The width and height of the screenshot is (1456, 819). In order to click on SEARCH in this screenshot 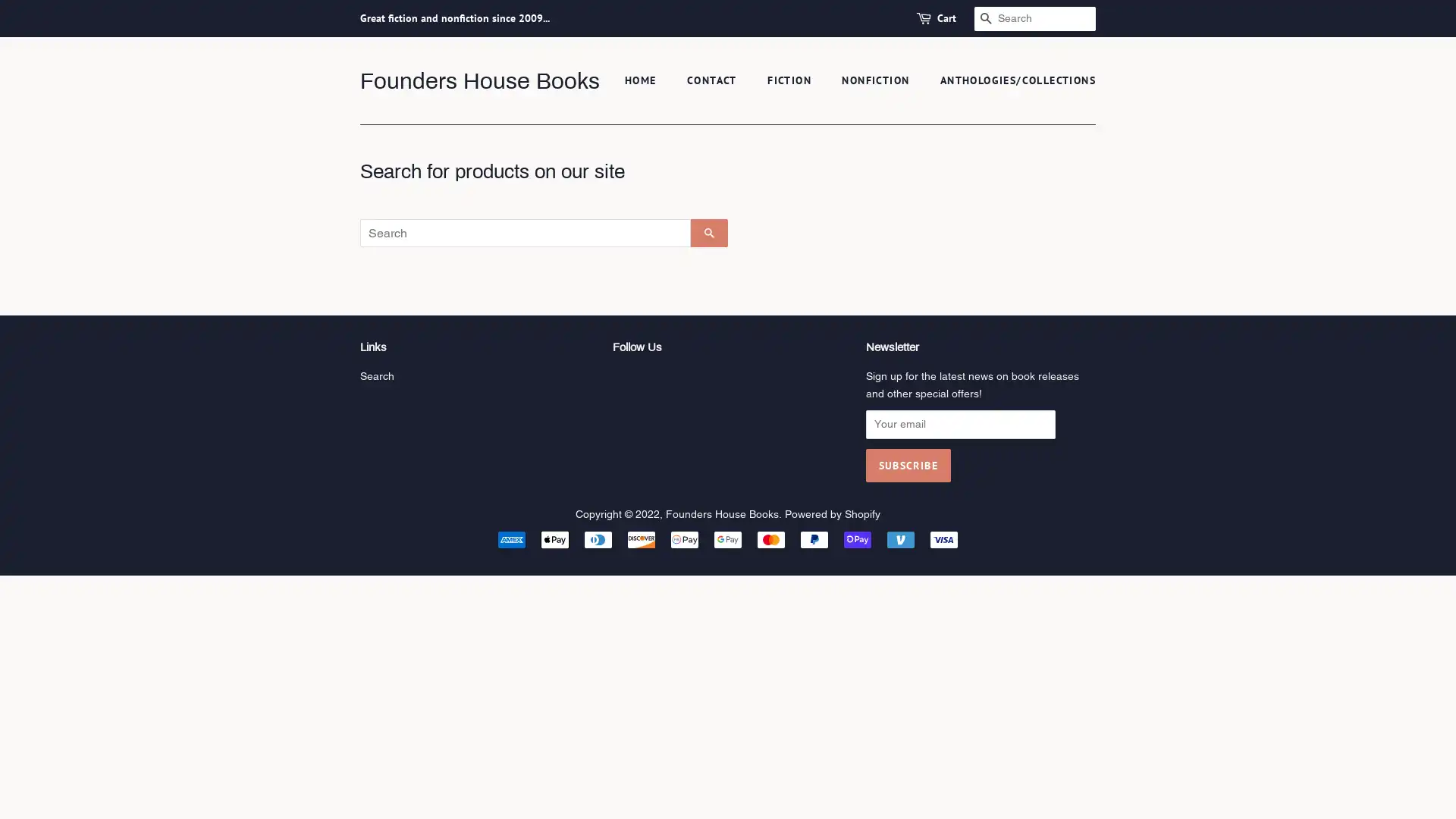, I will do `click(986, 18)`.